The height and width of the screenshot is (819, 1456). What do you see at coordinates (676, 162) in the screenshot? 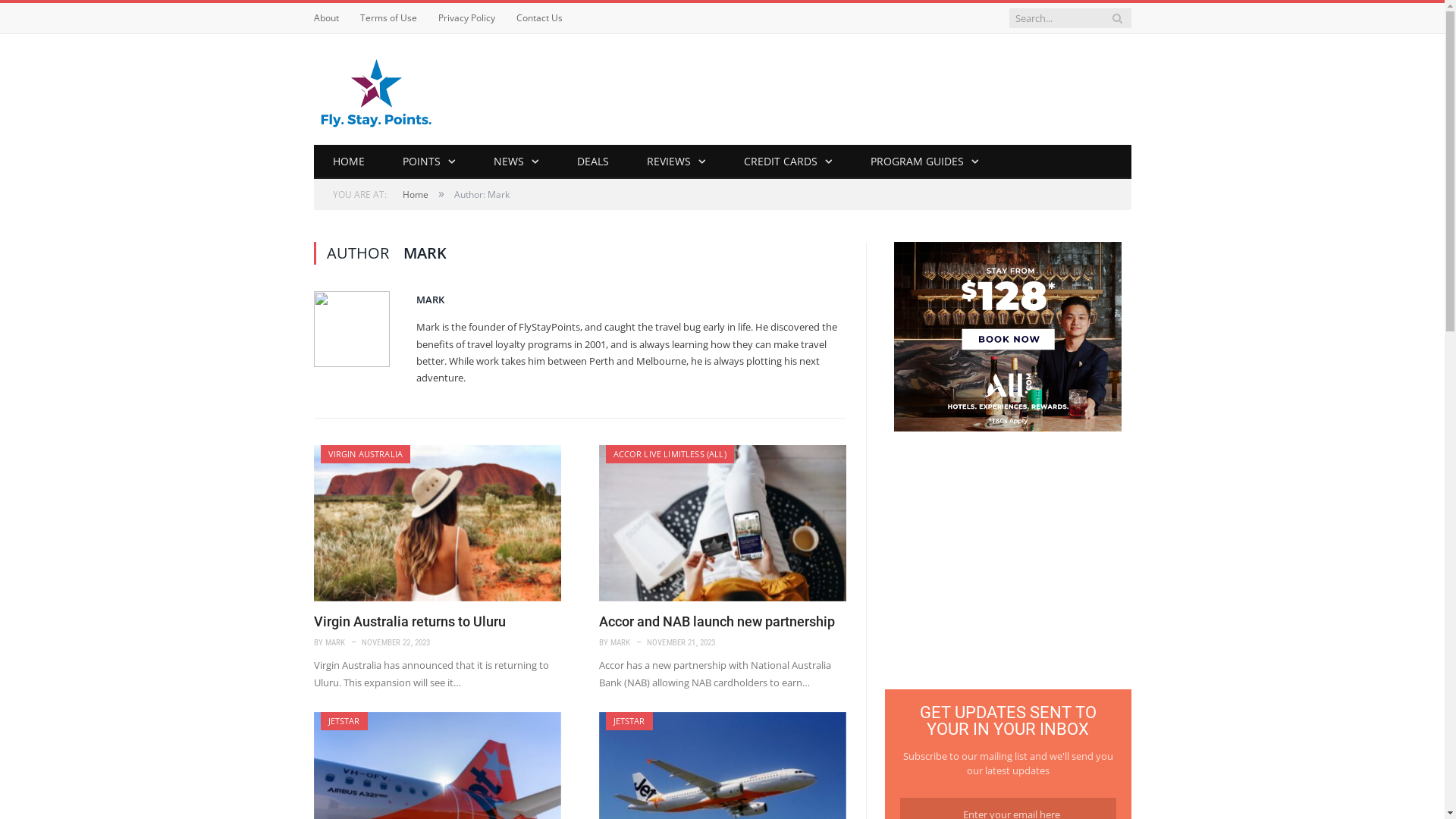
I see `'REVIEWS'` at bounding box center [676, 162].